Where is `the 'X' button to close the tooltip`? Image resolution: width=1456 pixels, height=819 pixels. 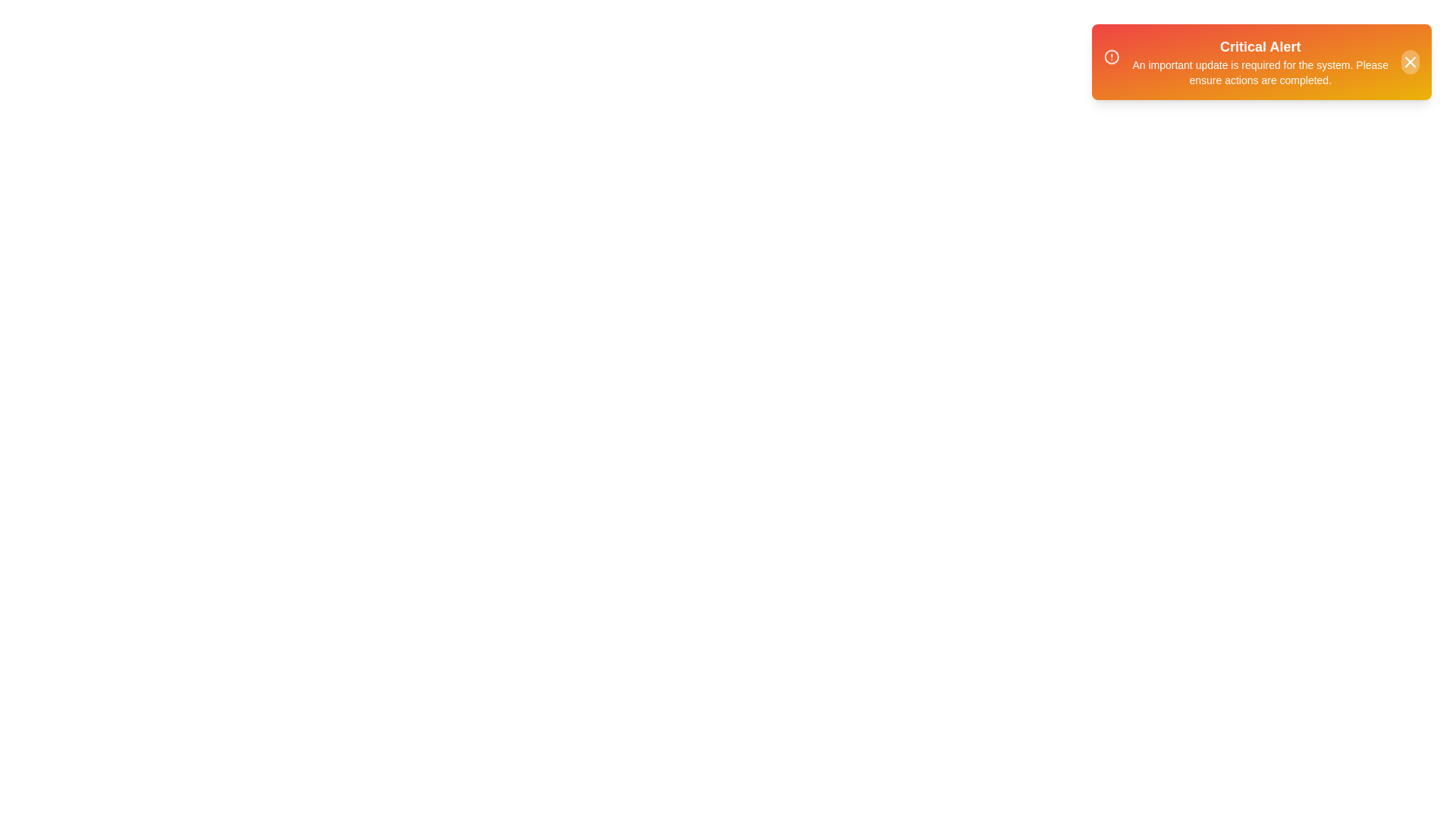
the 'X' button to close the tooltip is located at coordinates (1410, 61).